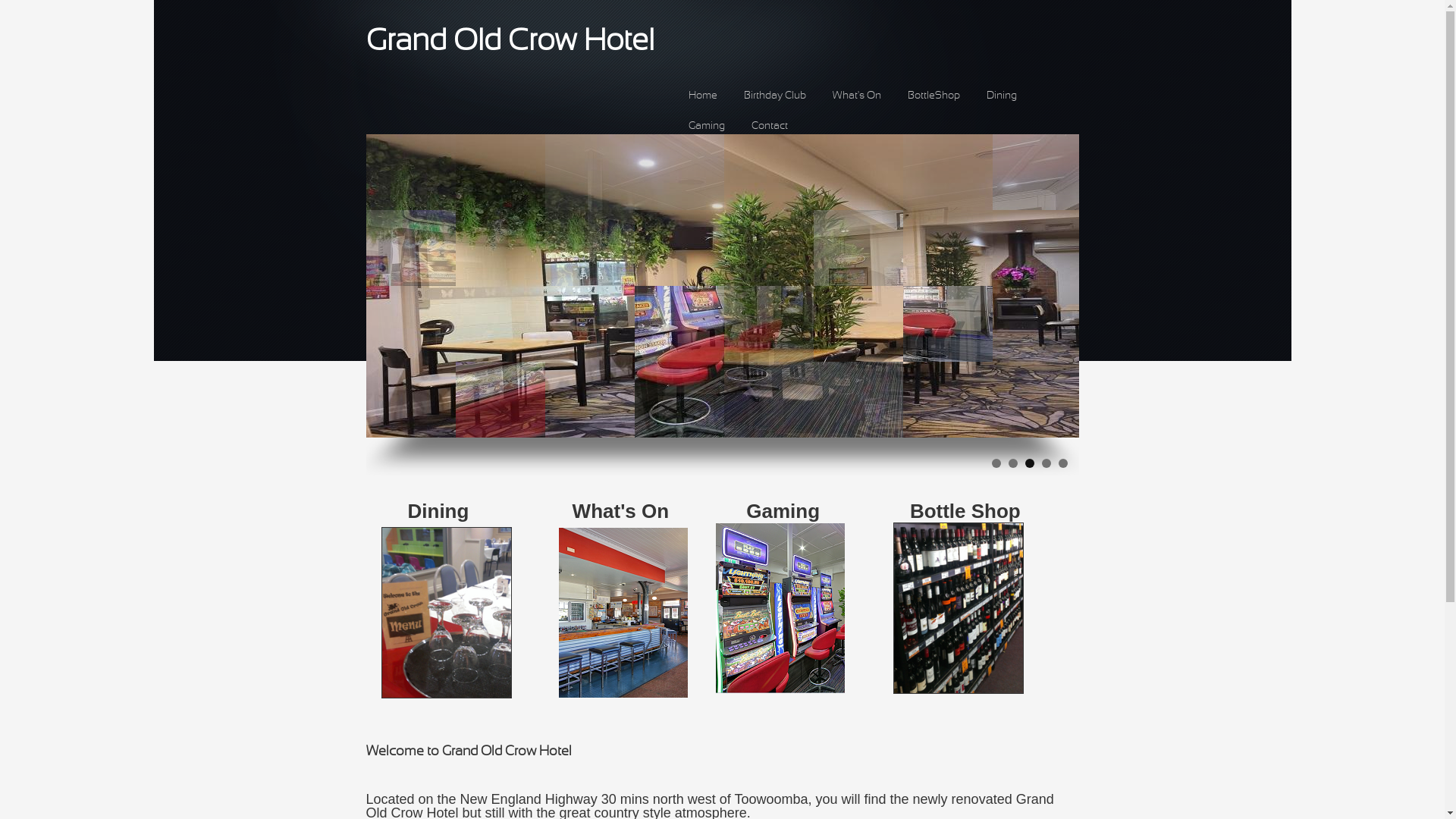 The width and height of the screenshot is (1456, 819). I want to click on '5', so click(1062, 462).